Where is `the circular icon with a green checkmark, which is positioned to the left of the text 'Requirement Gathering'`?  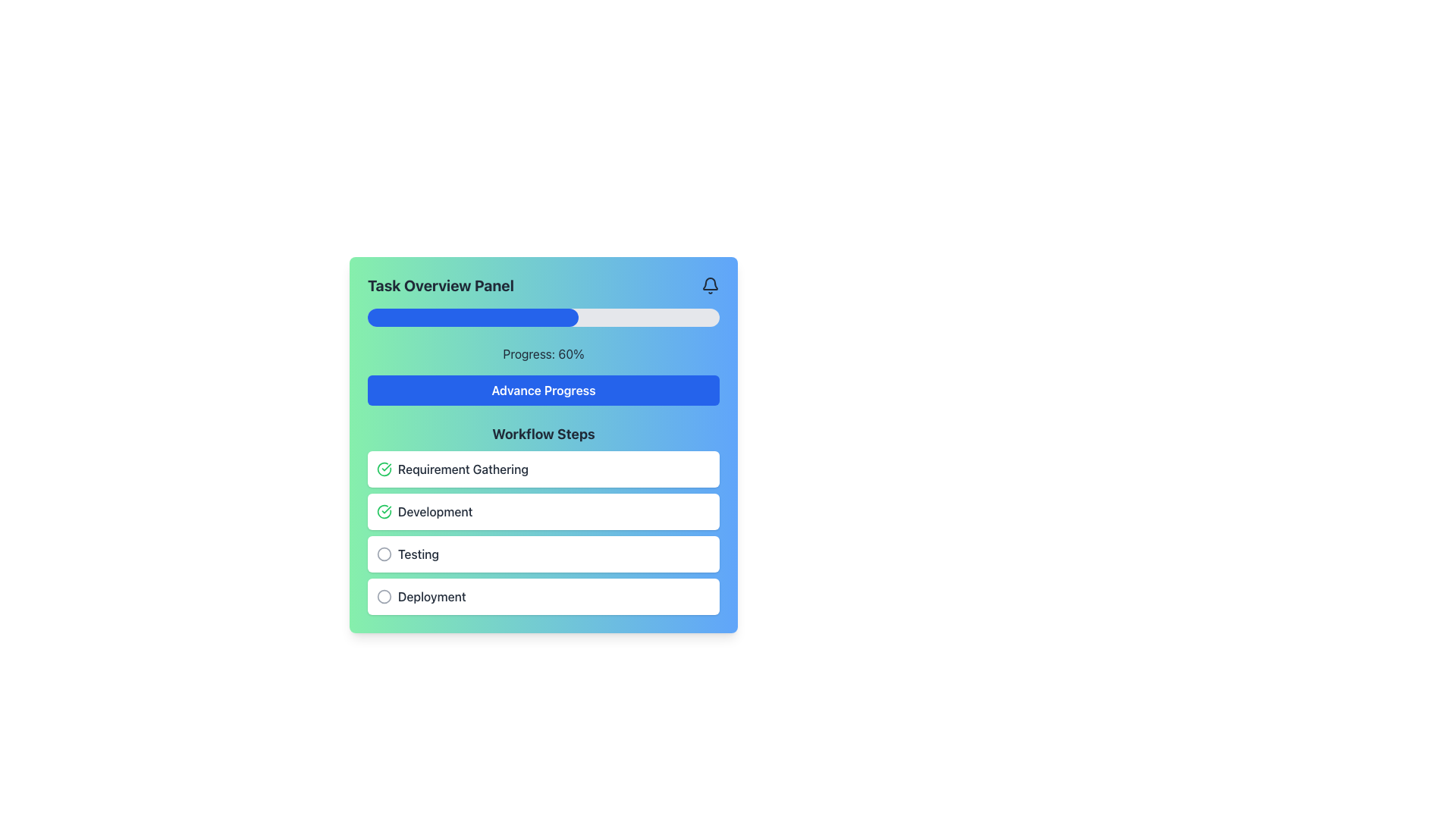 the circular icon with a green checkmark, which is positioned to the left of the text 'Requirement Gathering' is located at coordinates (384, 468).